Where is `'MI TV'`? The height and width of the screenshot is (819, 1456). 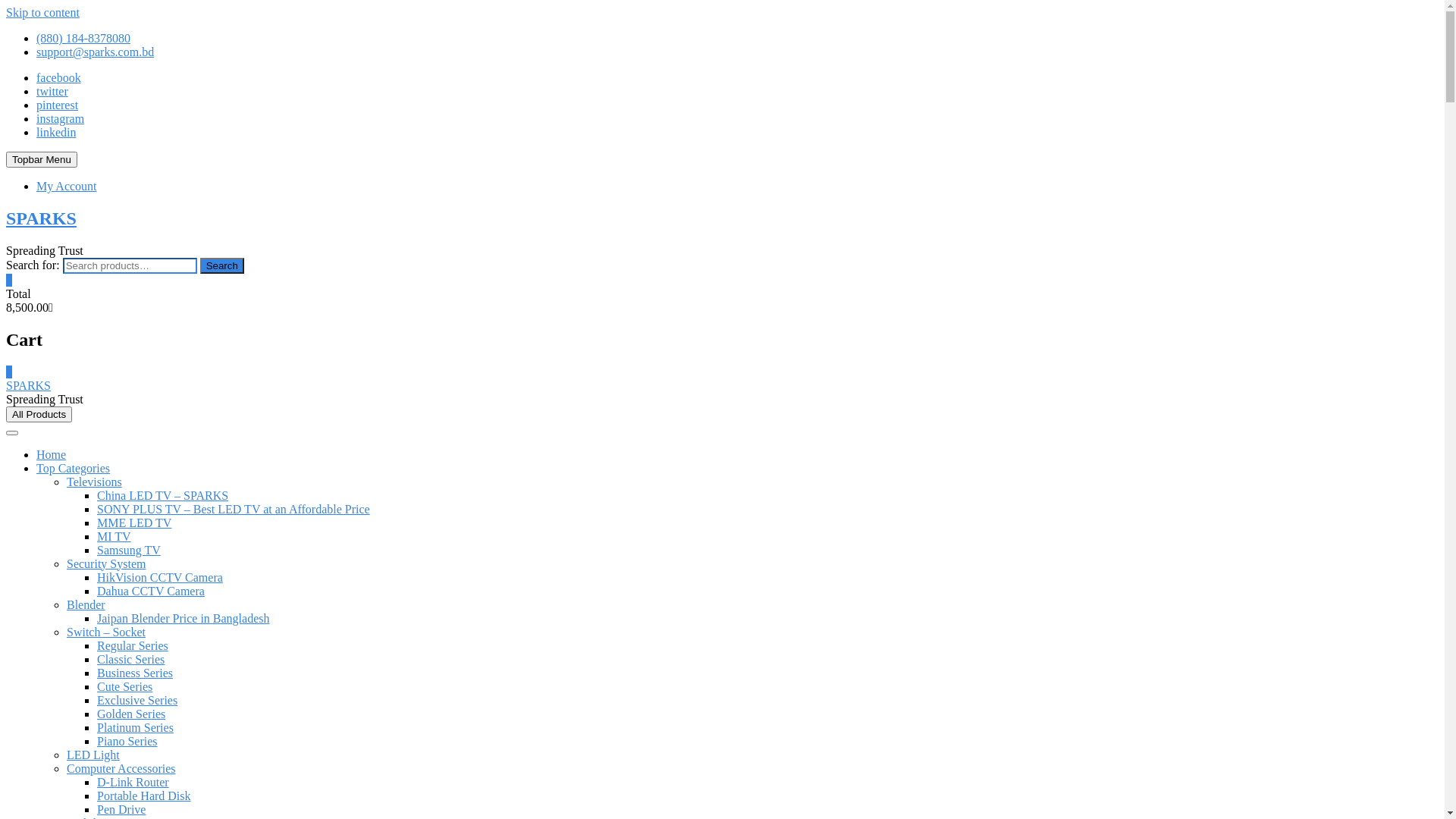
'MI TV' is located at coordinates (113, 535).